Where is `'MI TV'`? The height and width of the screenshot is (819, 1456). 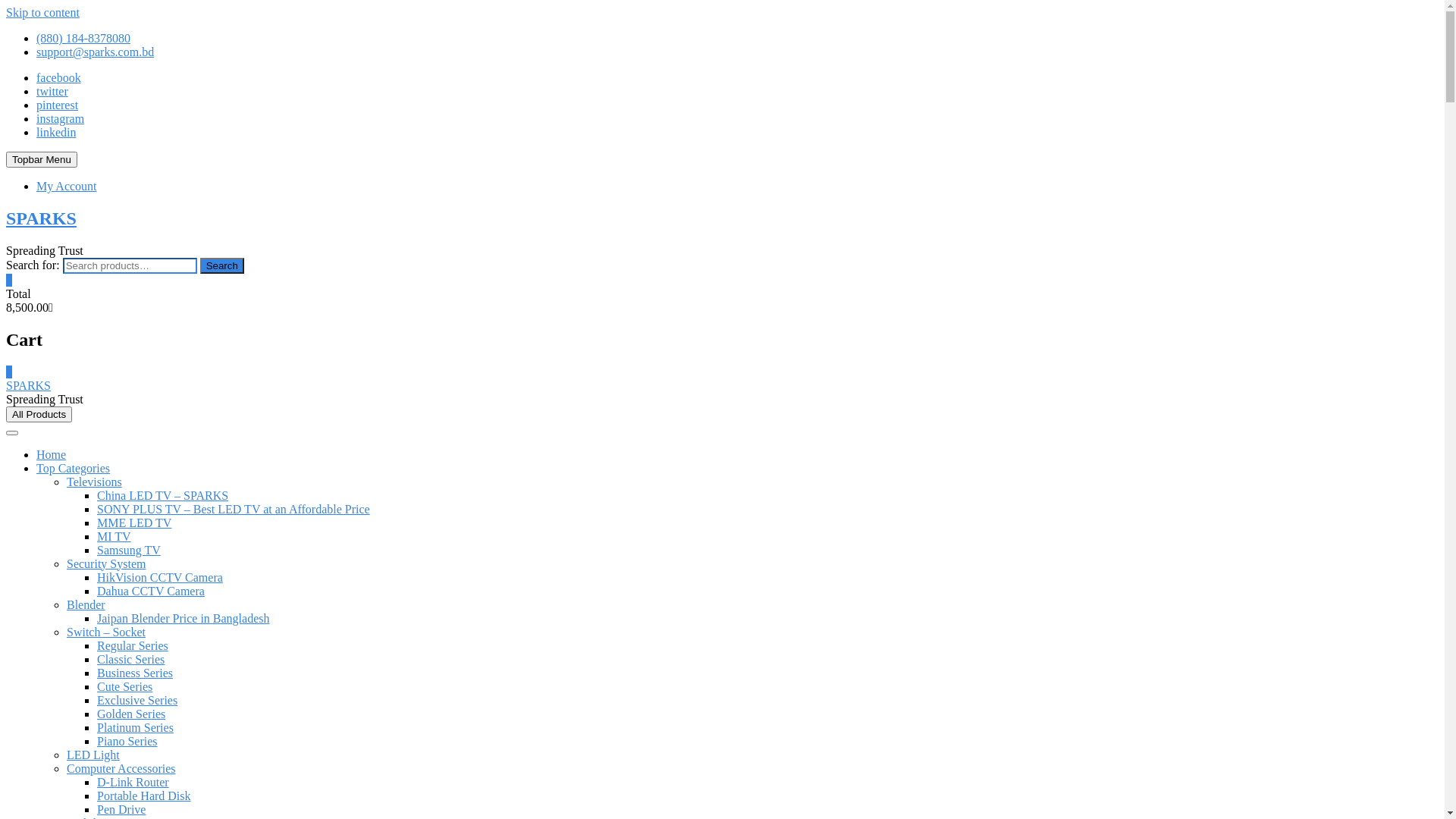
'MI TV' is located at coordinates (113, 535).